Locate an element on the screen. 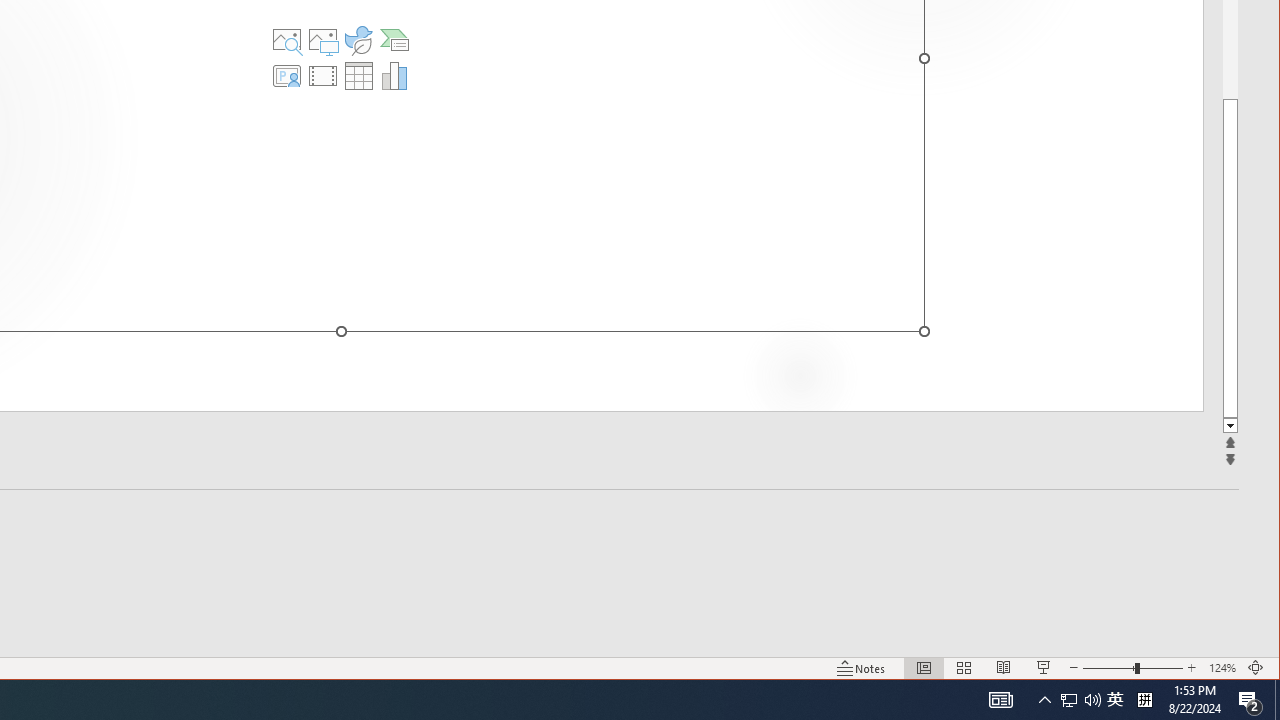 The height and width of the screenshot is (720, 1280). 'Insert Chart' is located at coordinates (394, 74).